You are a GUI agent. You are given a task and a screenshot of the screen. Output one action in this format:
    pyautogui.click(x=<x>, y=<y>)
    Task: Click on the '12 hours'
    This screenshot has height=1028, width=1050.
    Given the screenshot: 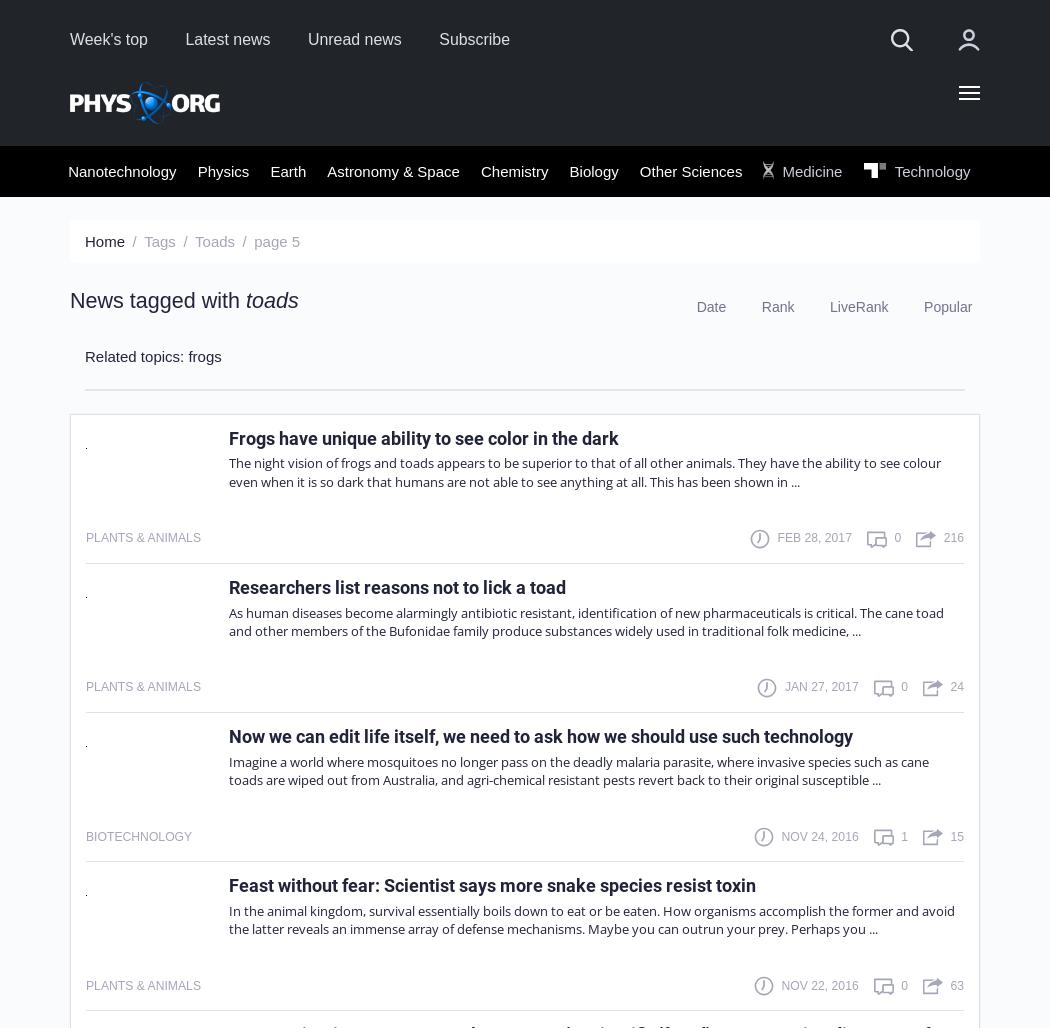 What is the action you would take?
    pyautogui.click(x=728, y=377)
    